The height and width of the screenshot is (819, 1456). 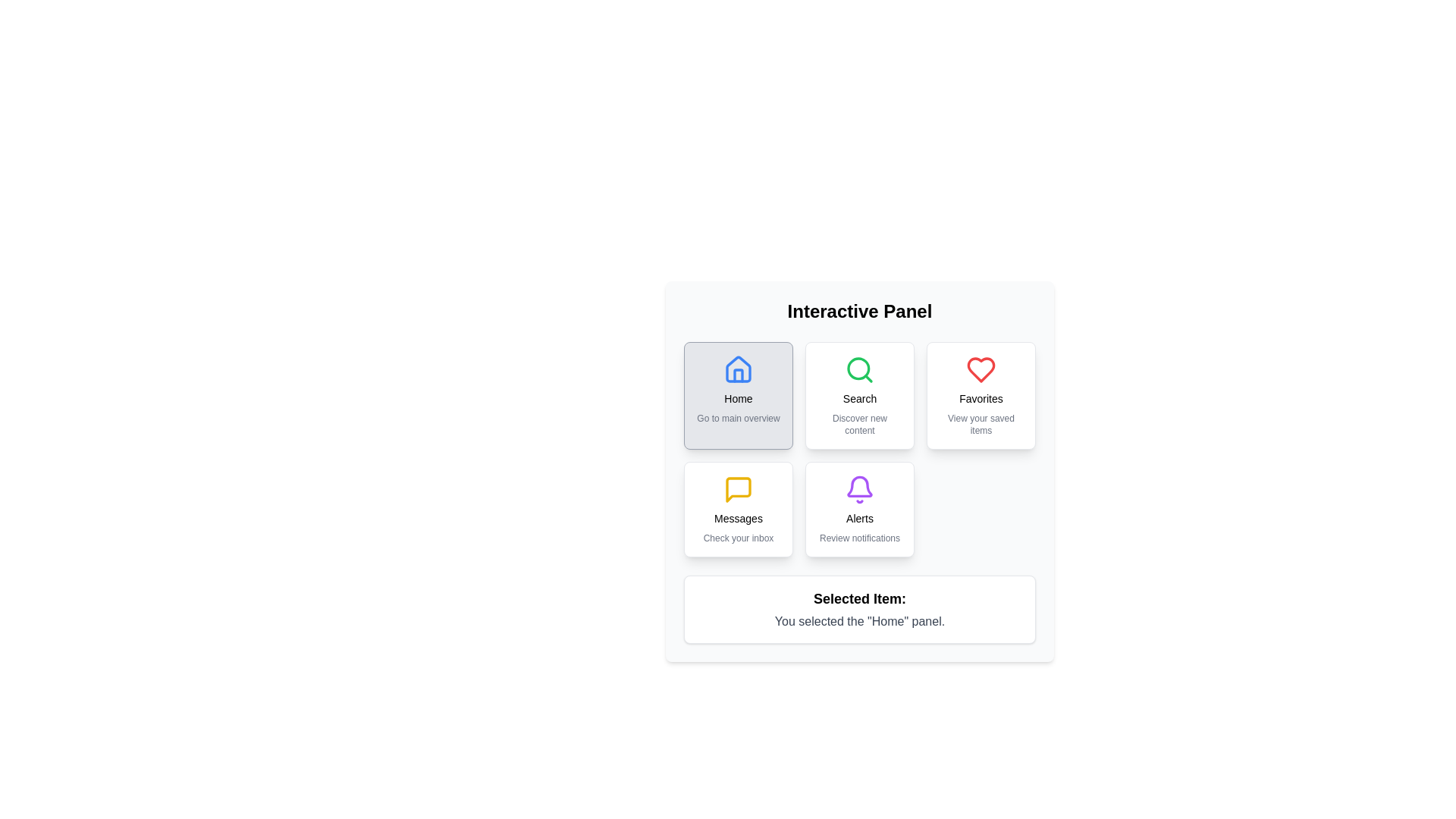 What do you see at coordinates (859, 489) in the screenshot?
I see `the purple bell icon within the 'Alerts' card located in the bottom-right section of the Interactive Panel` at bounding box center [859, 489].